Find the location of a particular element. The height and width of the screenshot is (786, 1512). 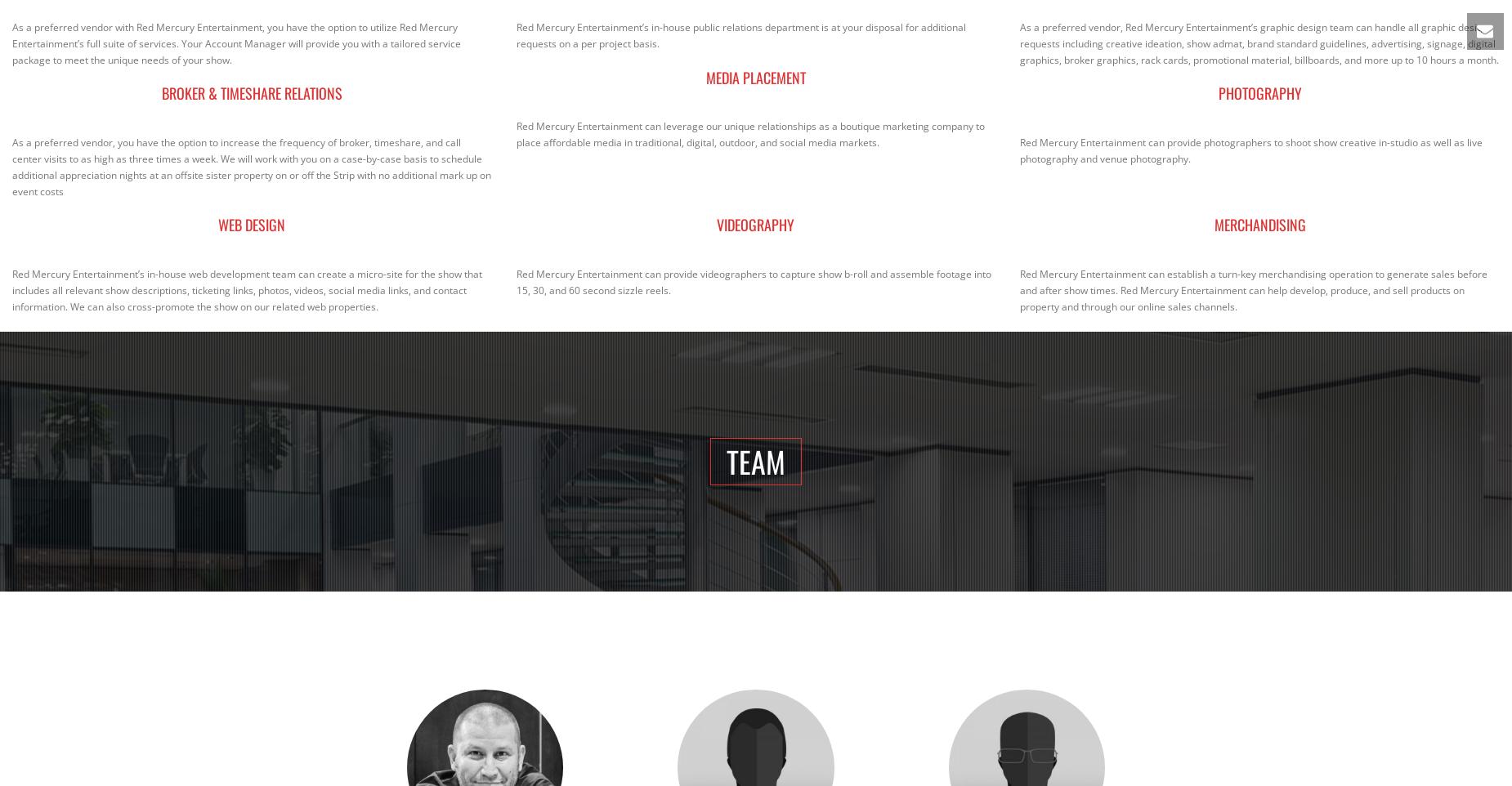

'Red Mercury Entertainment’s in-house public relations department is at your disposal for additional requests on a per project basis.' is located at coordinates (516, 33).